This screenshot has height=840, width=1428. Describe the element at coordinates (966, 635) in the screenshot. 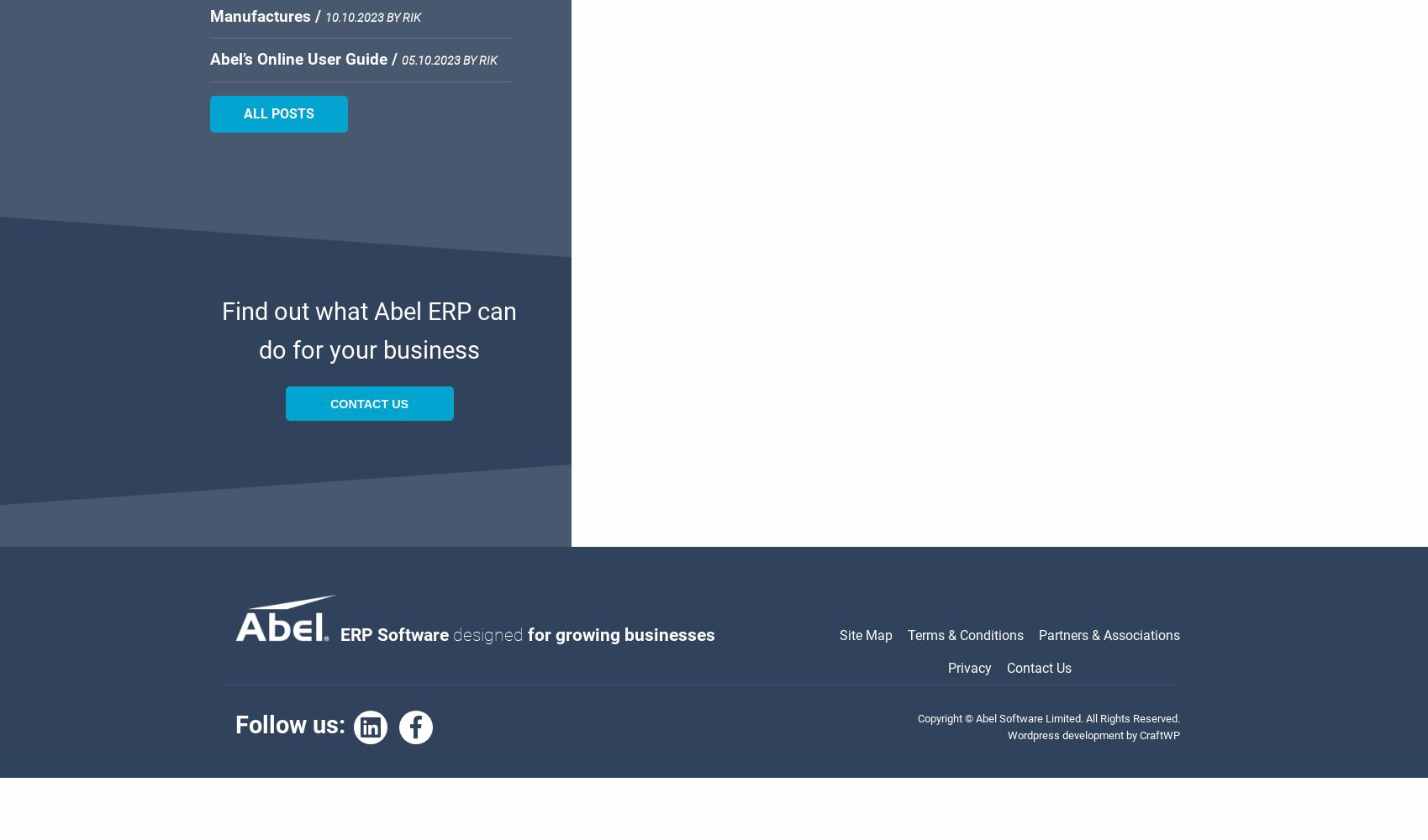

I see `'Terms & Conditions'` at that location.